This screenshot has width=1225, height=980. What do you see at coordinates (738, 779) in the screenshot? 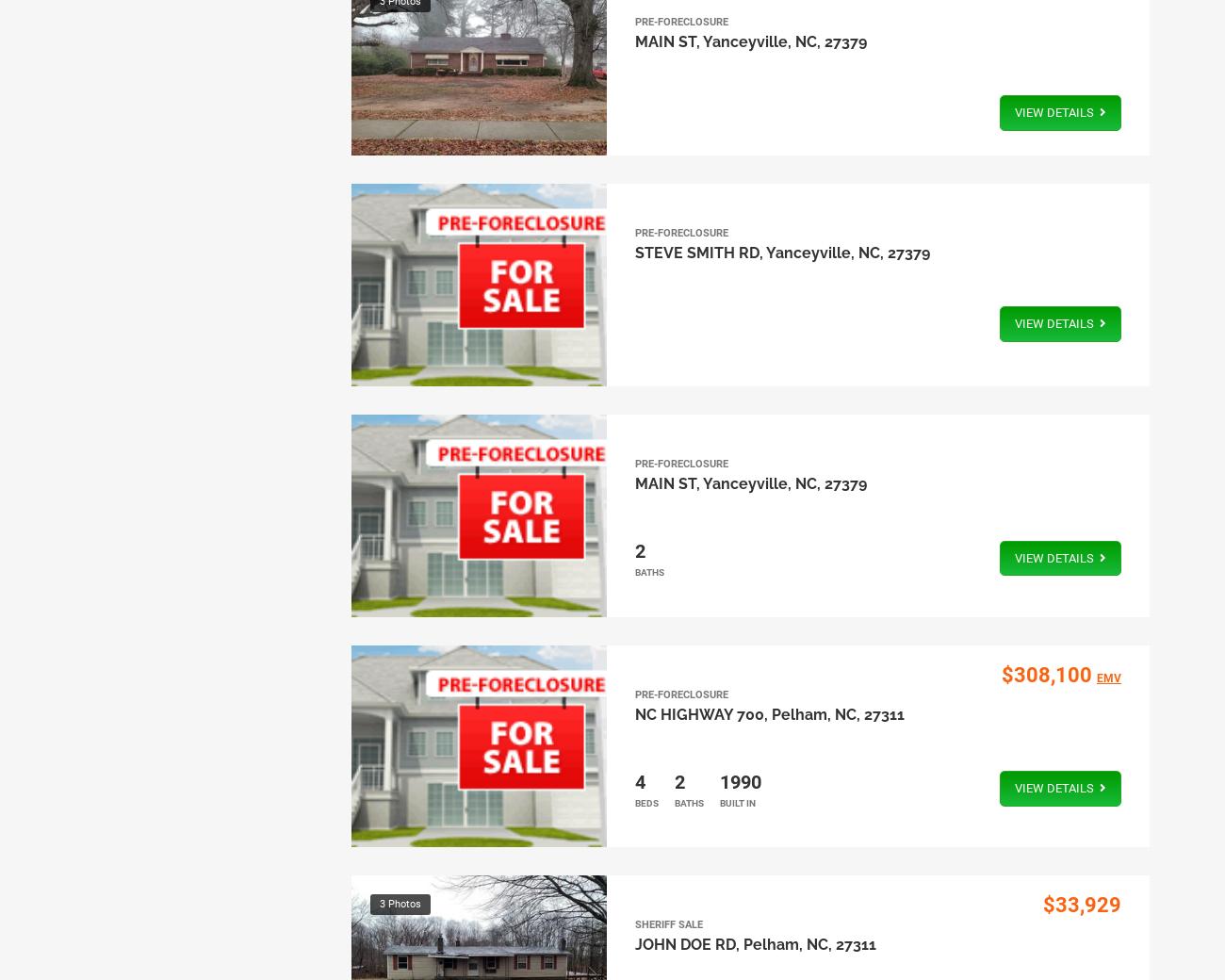
I see `'1990'` at bounding box center [738, 779].